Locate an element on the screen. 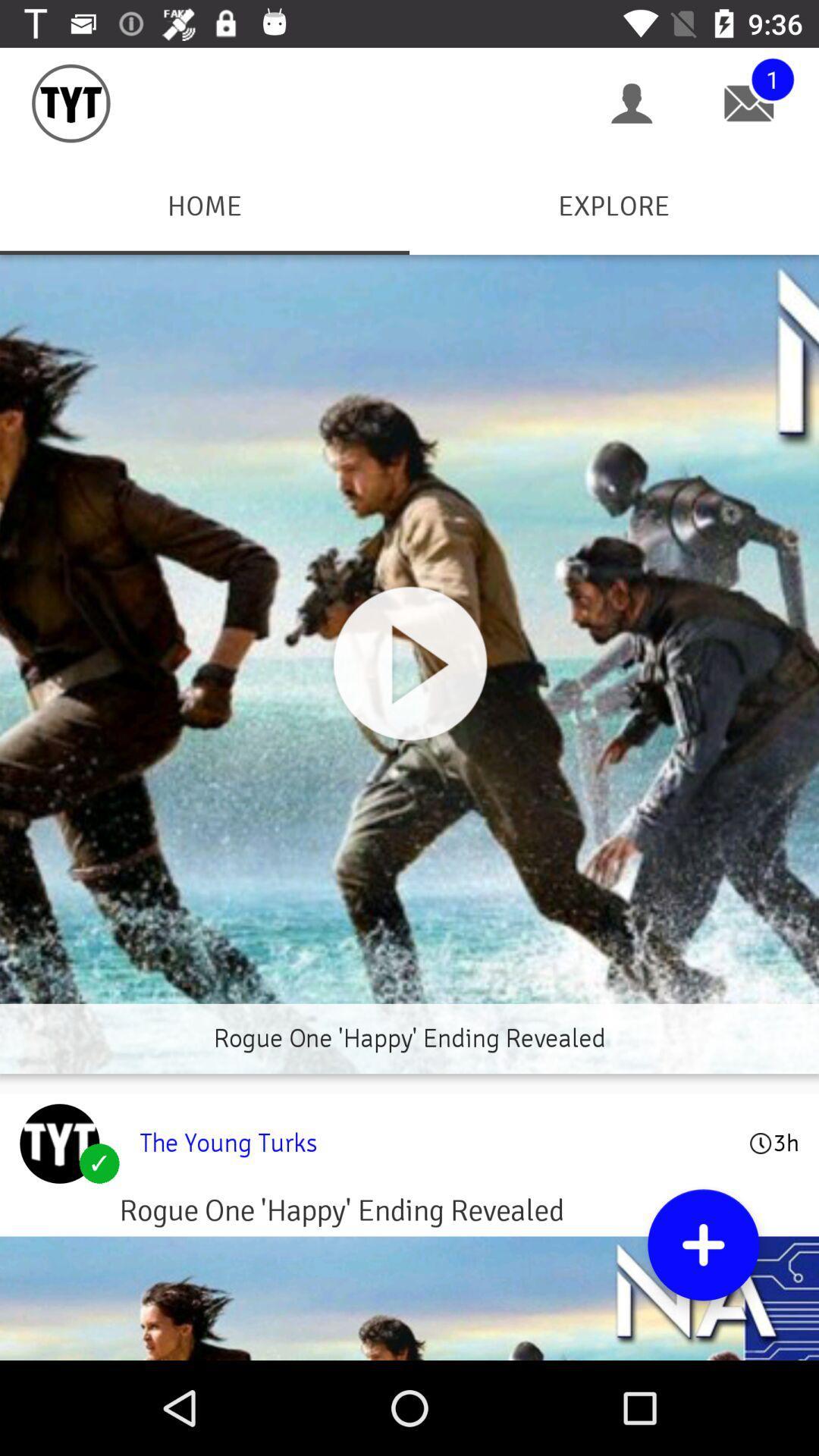  link to homepage is located at coordinates (58, 1144).